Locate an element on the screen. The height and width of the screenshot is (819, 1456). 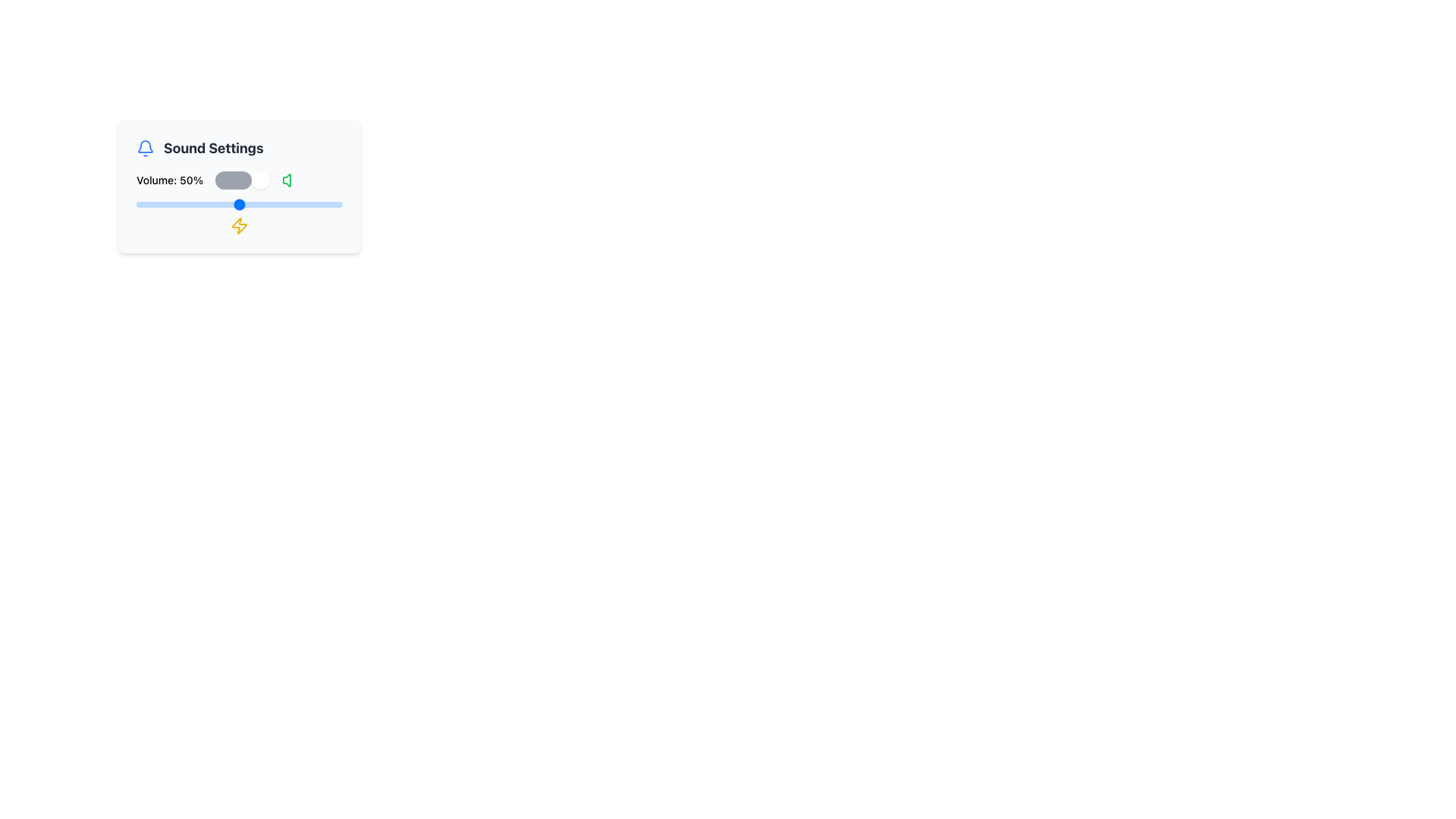
the volume is located at coordinates (266, 205).